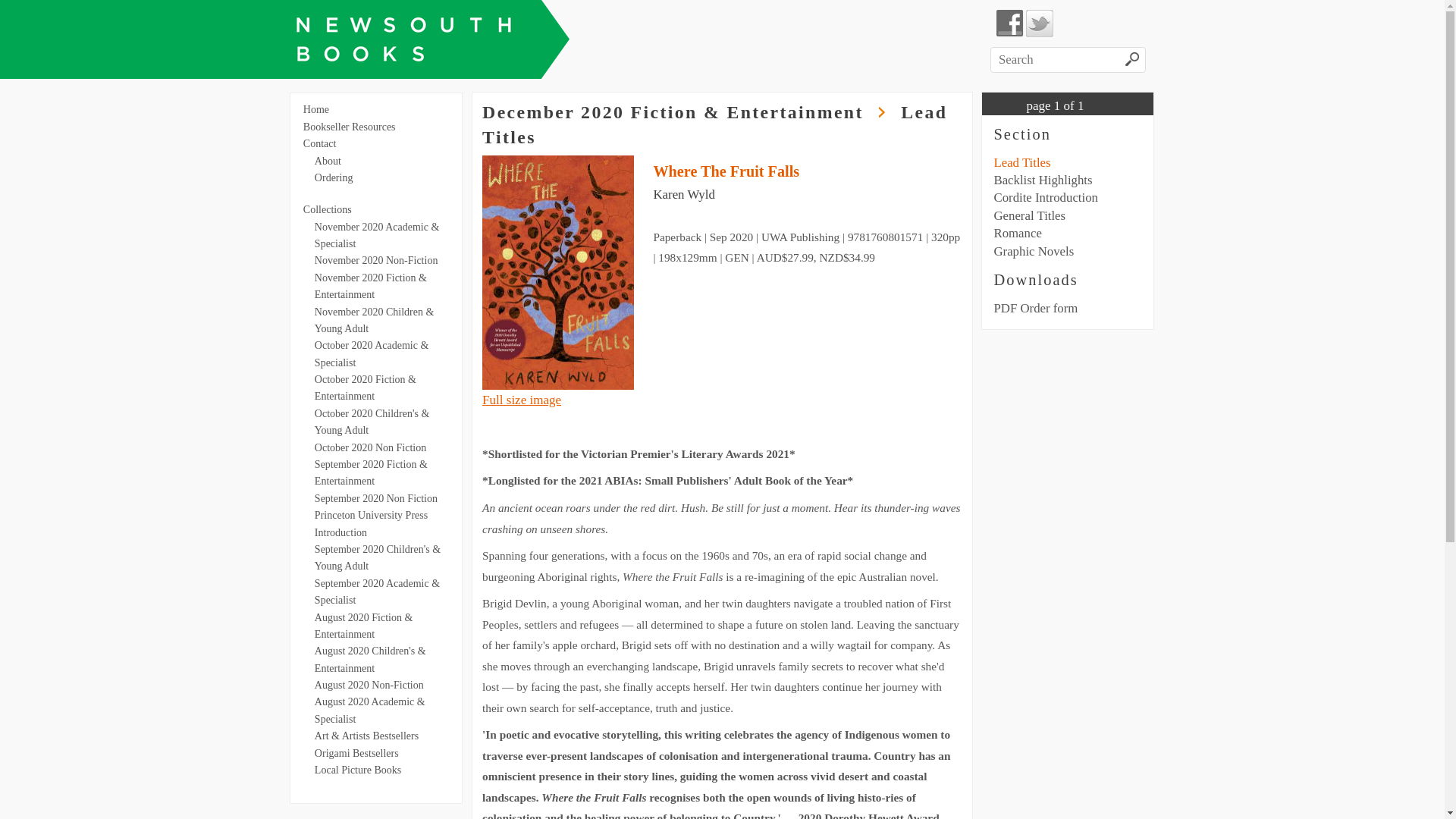 The height and width of the screenshot is (819, 1456). Describe the element at coordinates (356, 770) in the screenshot. I see `'Local Picture Books'` at that location.